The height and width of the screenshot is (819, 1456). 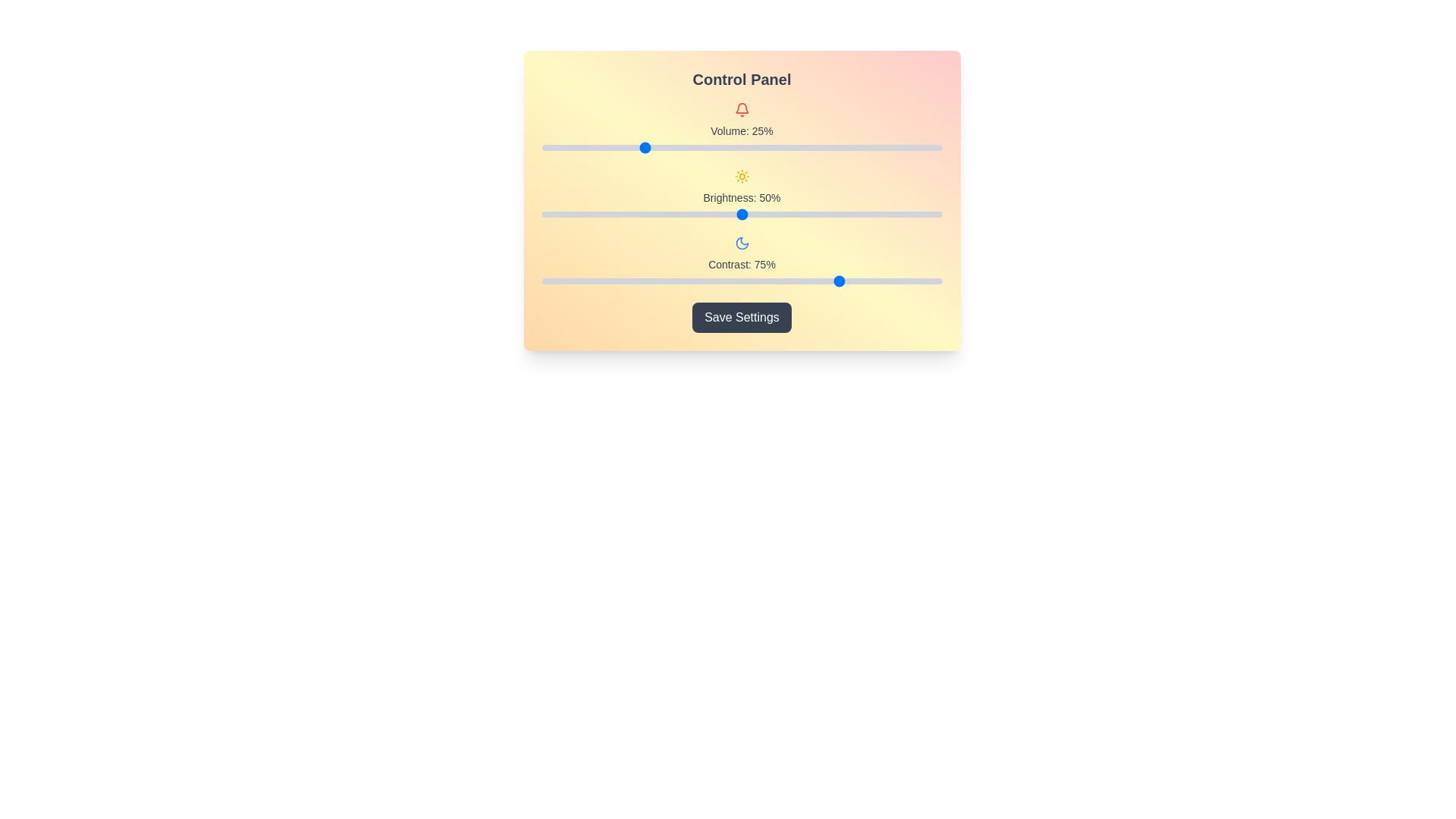 I want to click on the volume, so click(x=541, y=148).